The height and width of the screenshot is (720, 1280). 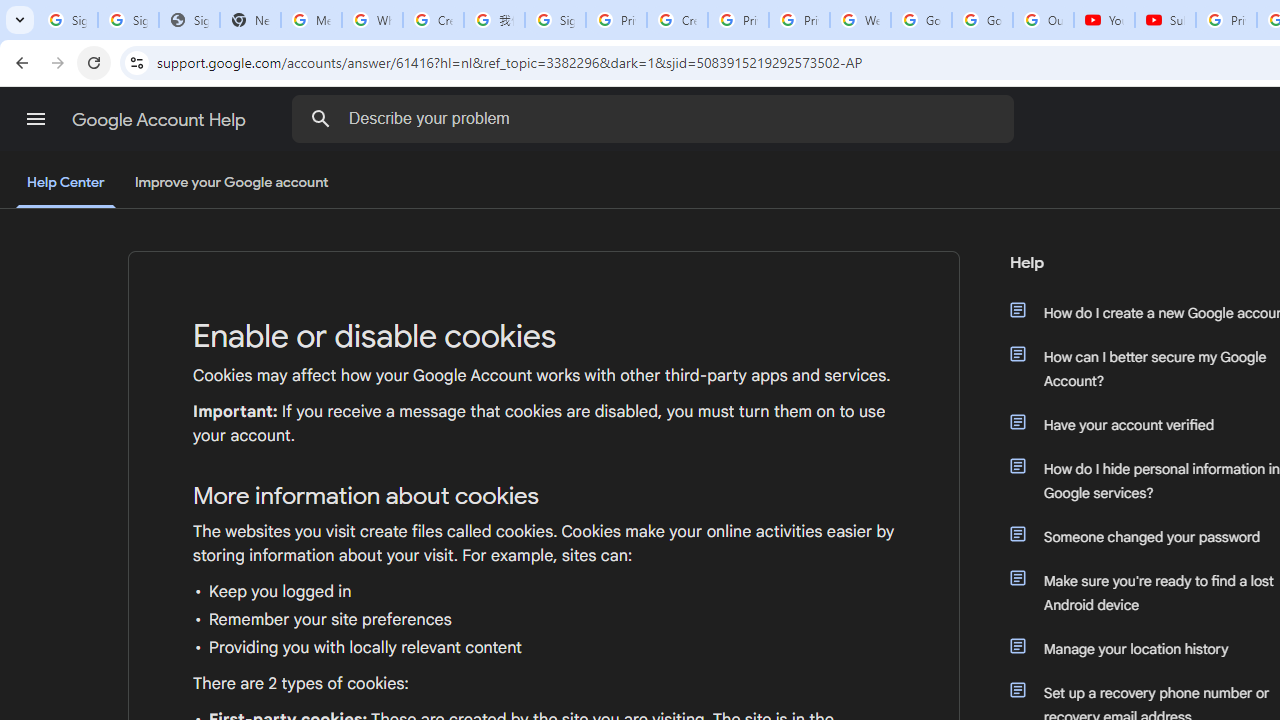 I want to click on 'YouTube', so click(x=1103, y=20).